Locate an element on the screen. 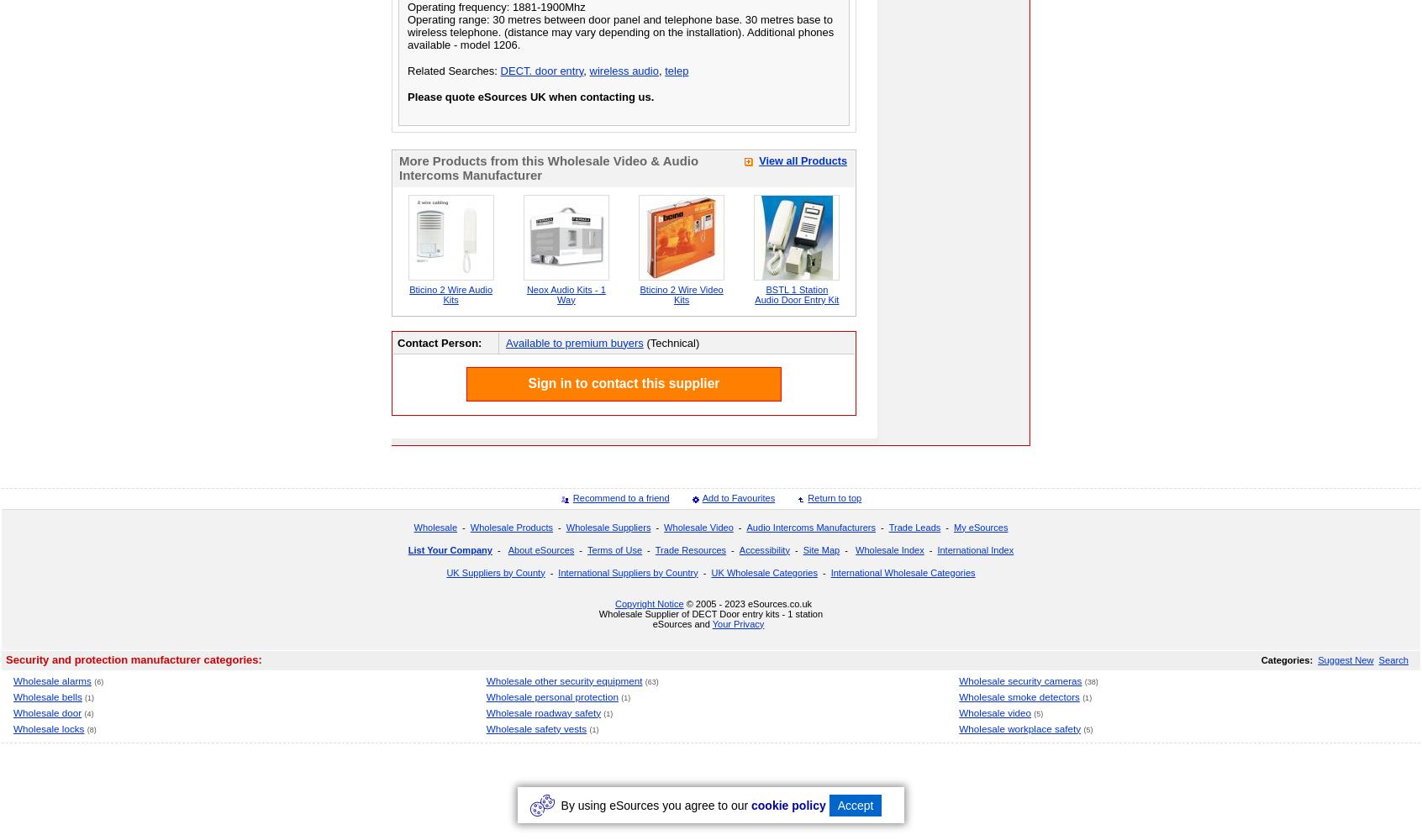  'View all Products' is located at coordinates (803, 160).